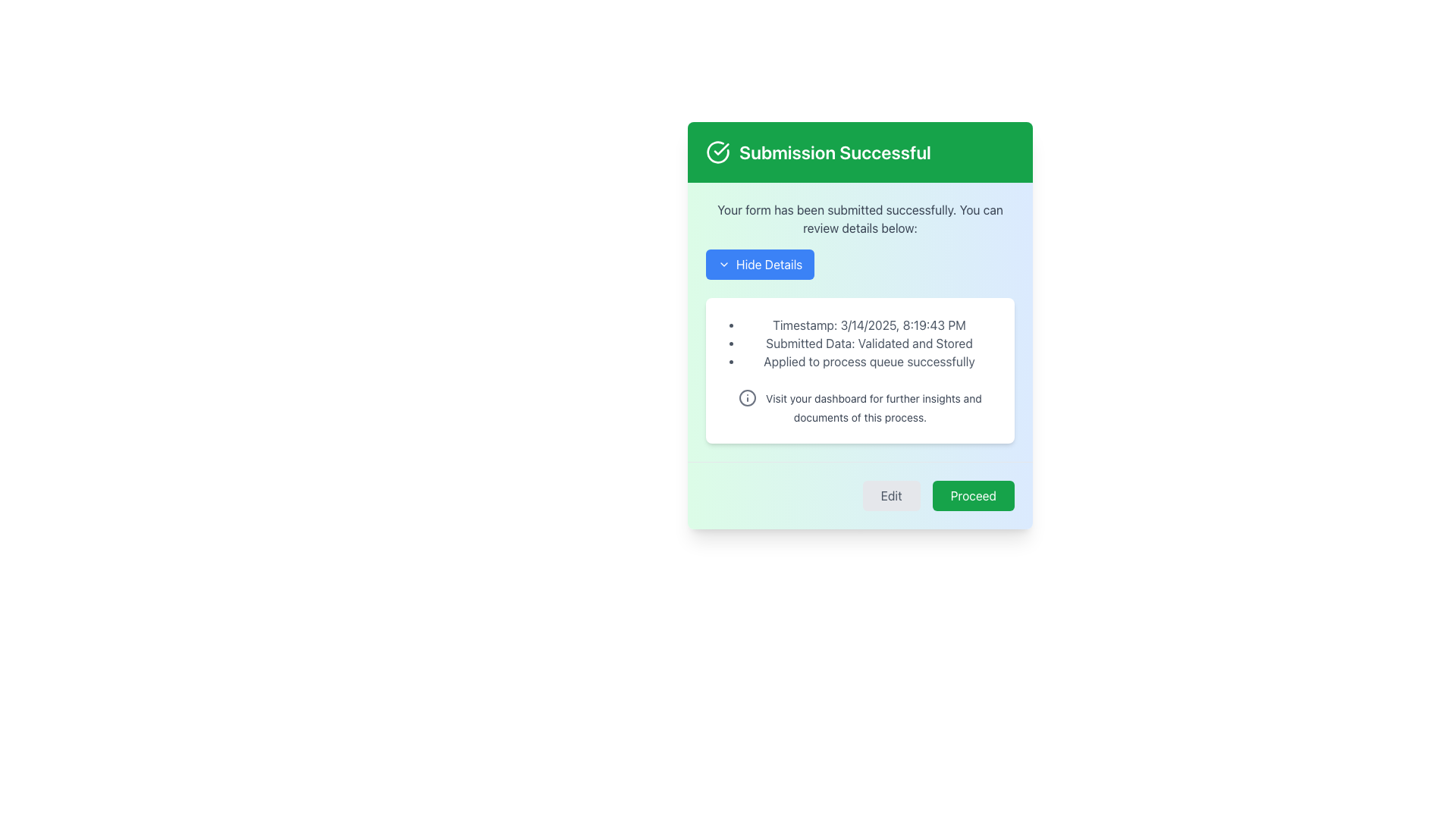  Describe the element at coordinates (760, 263) in the screenshot. I see `the toggle button located beneath the success message 'Your form has been submitted successfully'` at that location.